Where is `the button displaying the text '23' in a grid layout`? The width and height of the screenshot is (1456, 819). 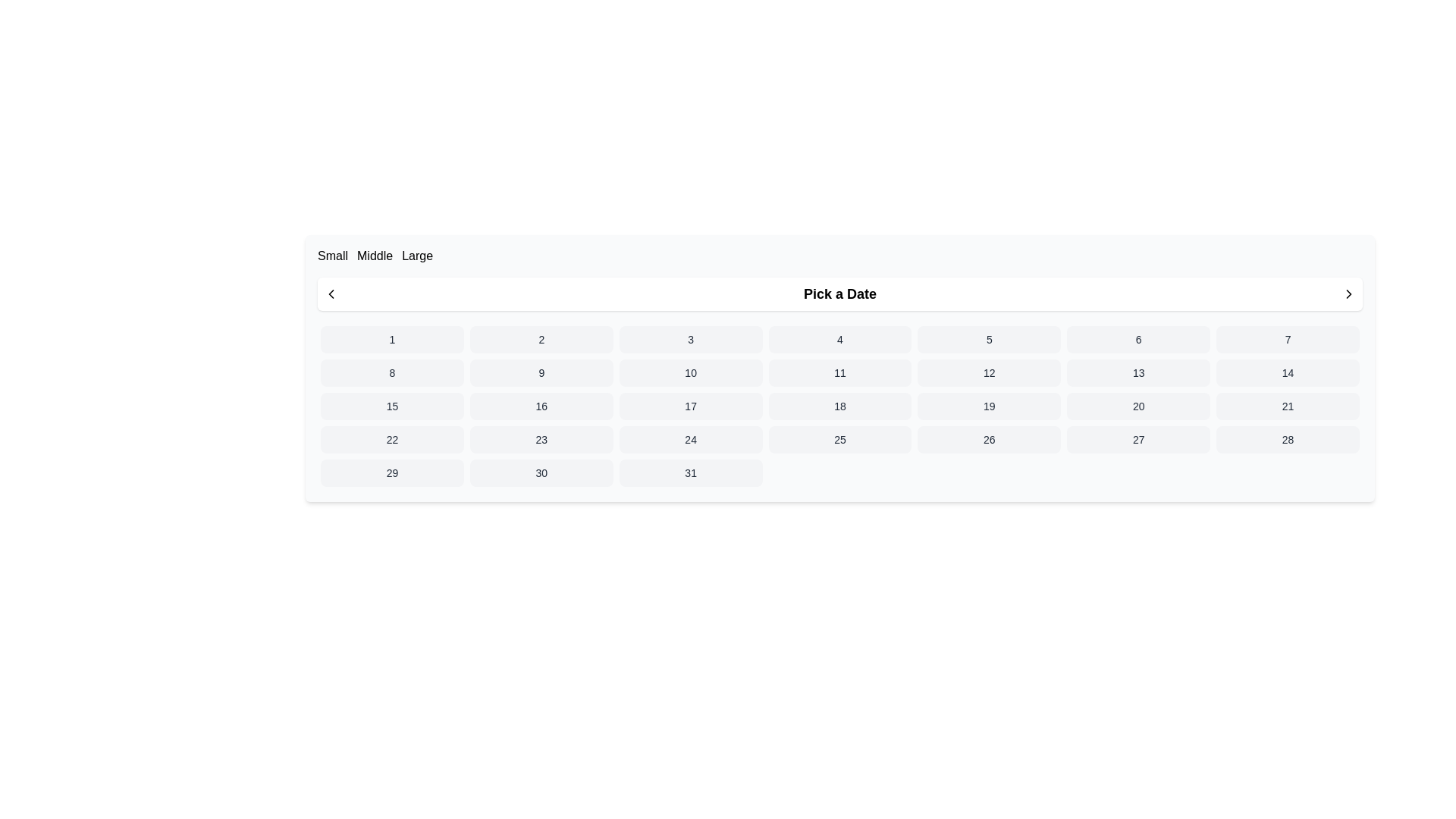 the button displaying the text '23' in a grid layout is located at coordinates (541, 439).